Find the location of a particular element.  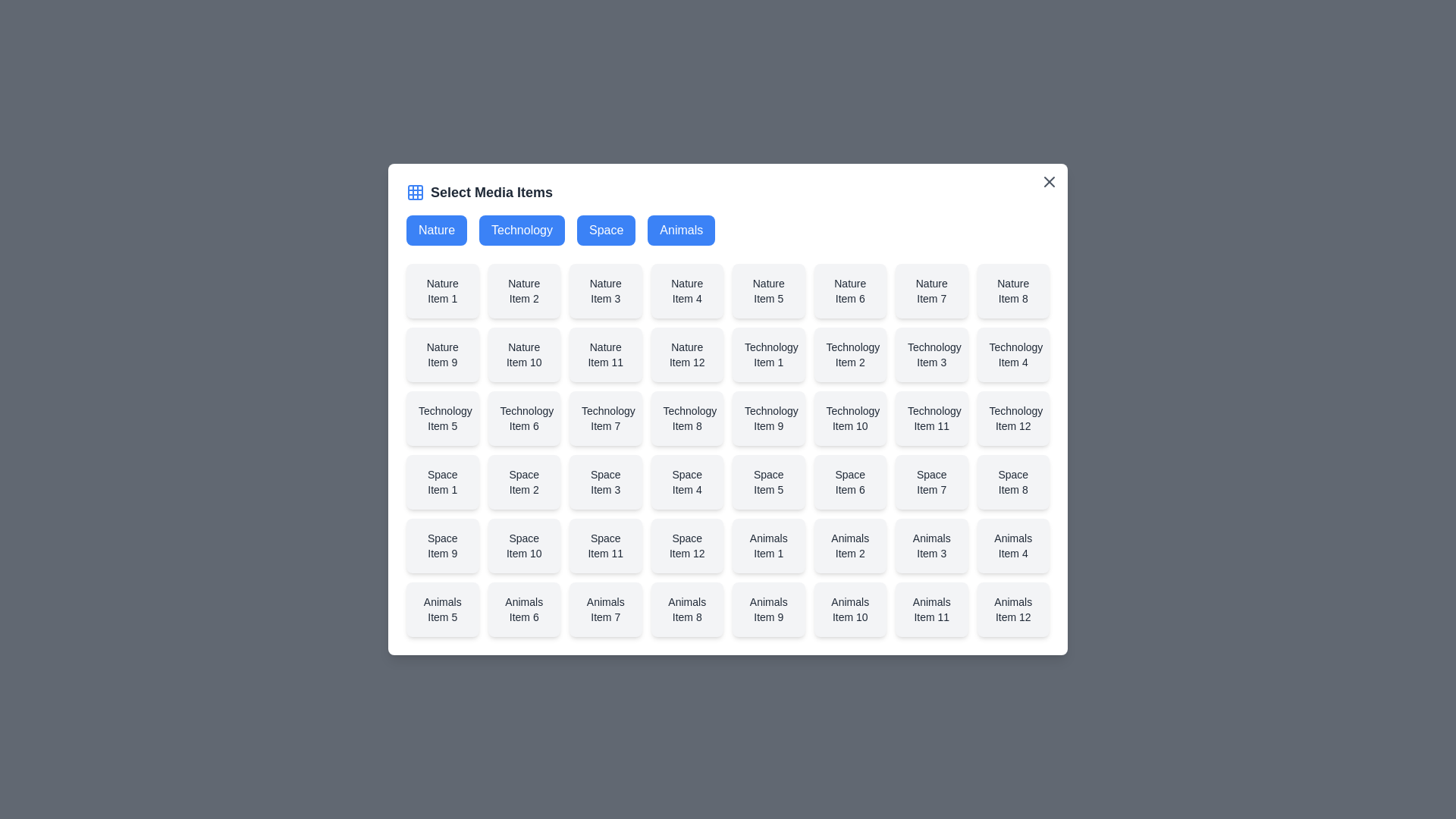

the close button to close the dialog is located at coordinates (1048, 180).